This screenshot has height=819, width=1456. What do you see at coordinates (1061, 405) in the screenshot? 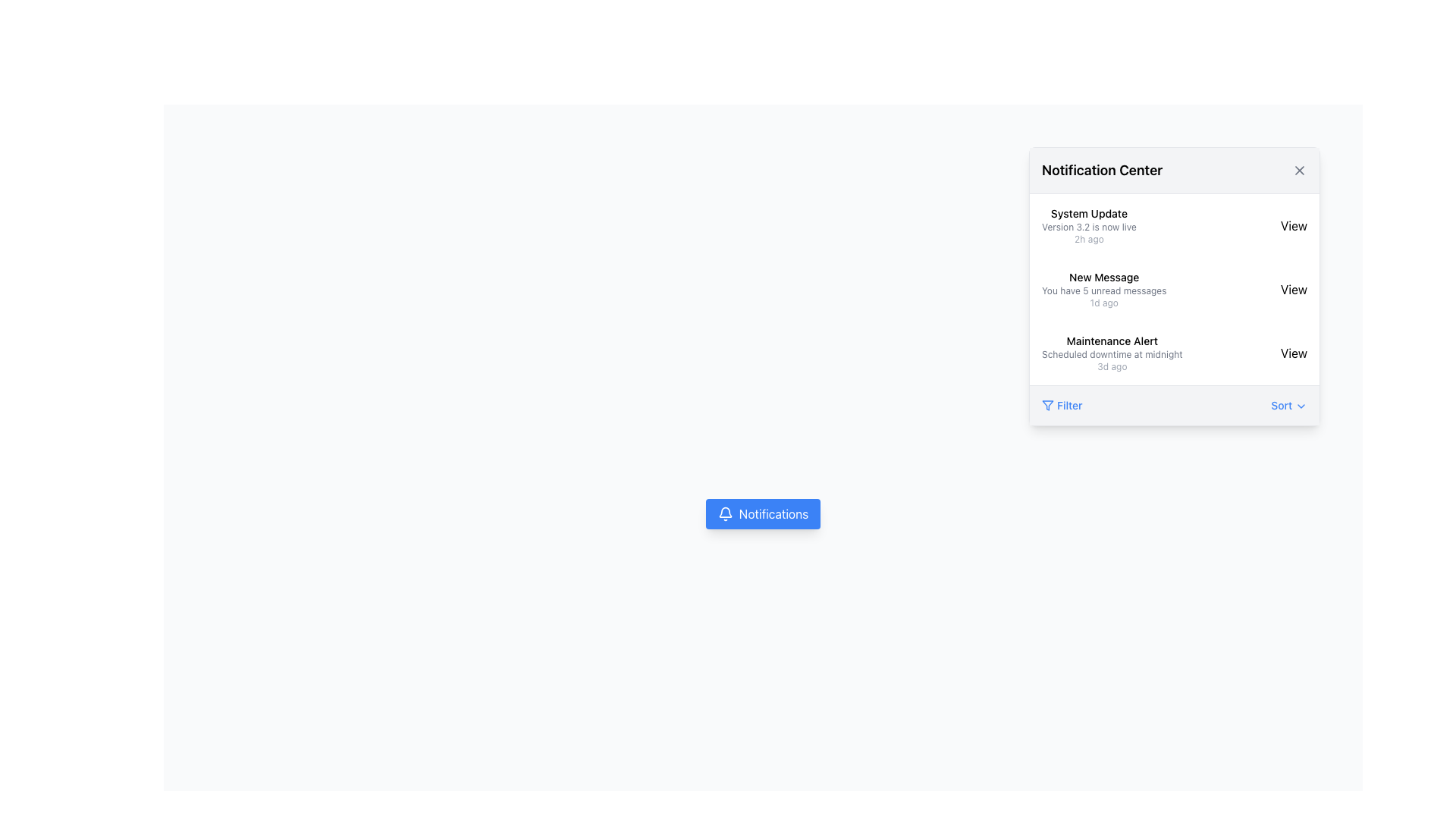
I see `the filter button located in the lower-left corner of the 'Notification Center' modal` at bounding box center [1061, 405].